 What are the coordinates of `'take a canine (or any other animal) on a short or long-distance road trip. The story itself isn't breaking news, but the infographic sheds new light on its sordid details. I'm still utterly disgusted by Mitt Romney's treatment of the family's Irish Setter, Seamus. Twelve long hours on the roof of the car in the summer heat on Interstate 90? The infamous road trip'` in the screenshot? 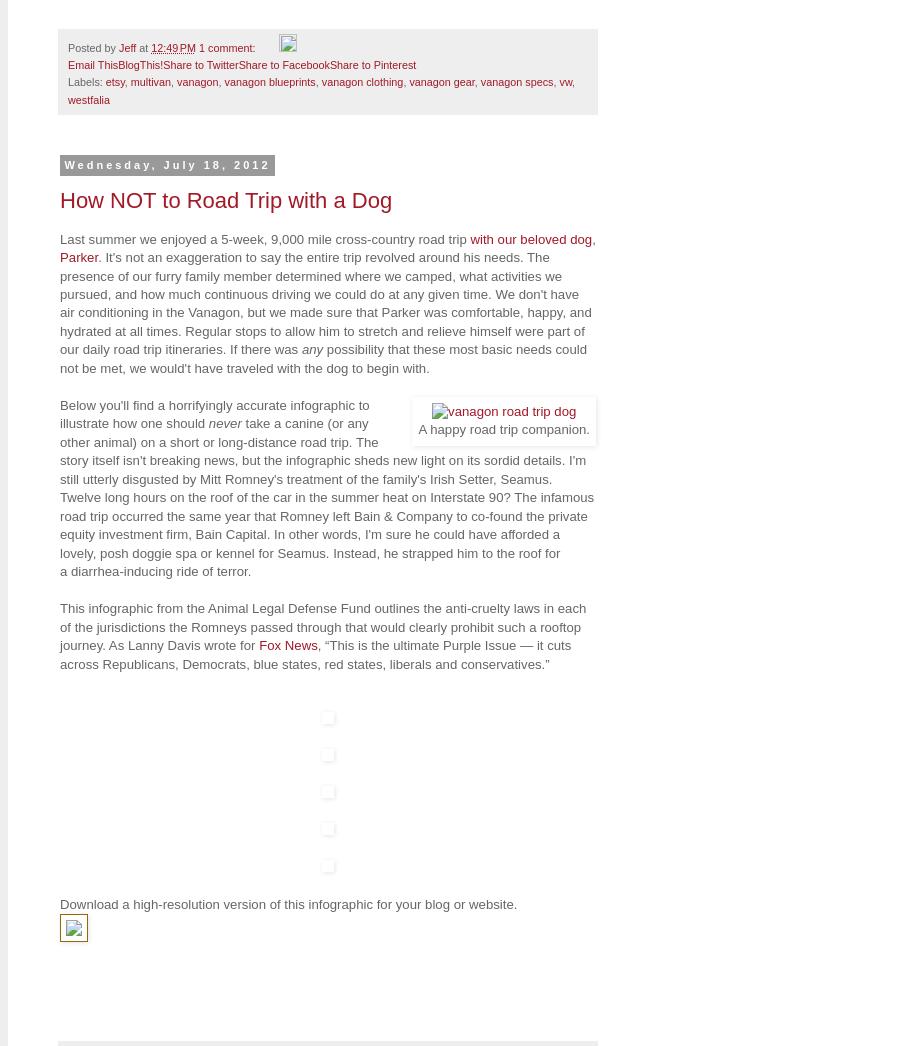 It's located at (325, 468).